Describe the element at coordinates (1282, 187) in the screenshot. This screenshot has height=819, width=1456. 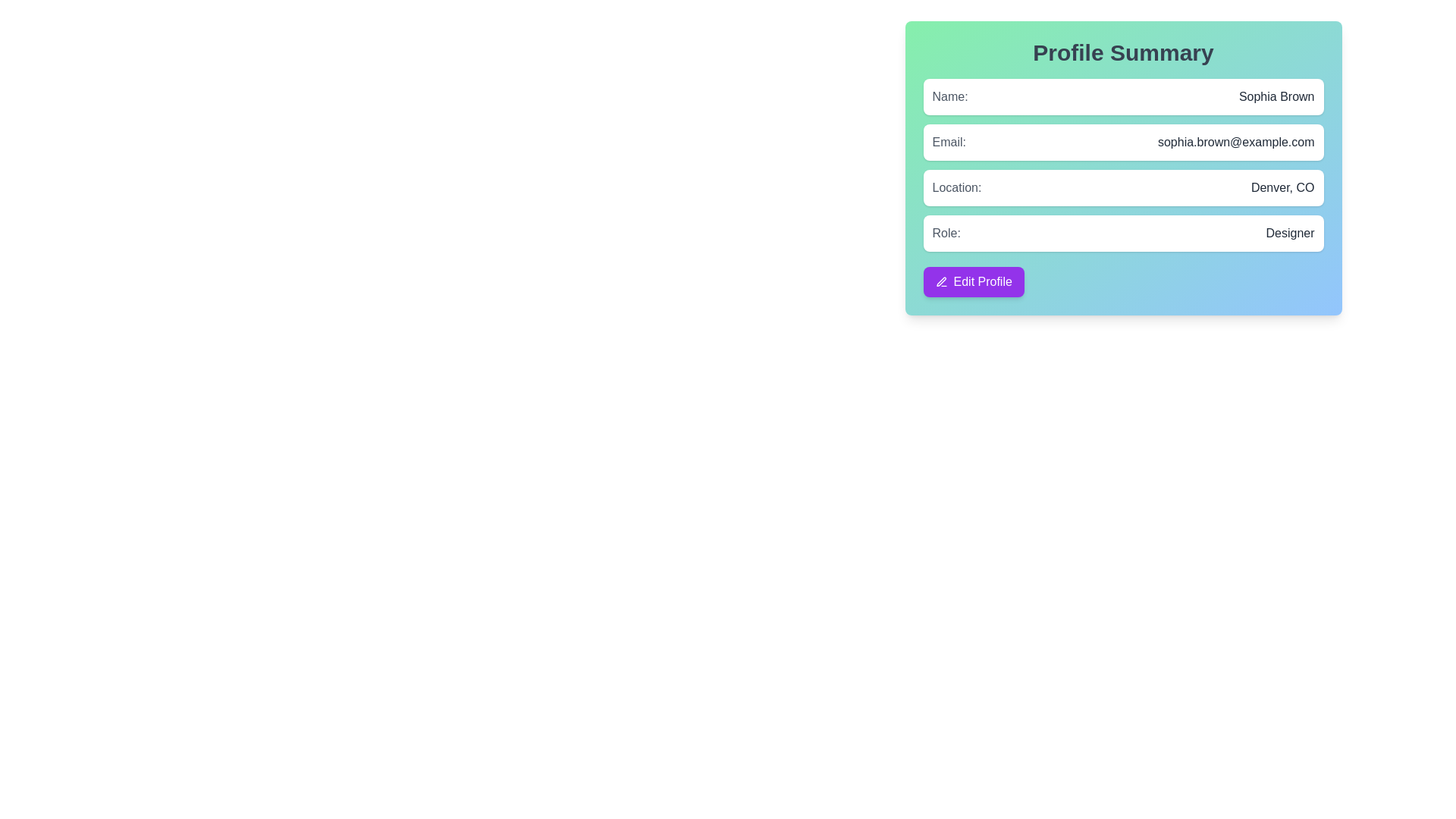
I see `the text label displaying the location 'Denver, CO', which is positioned on the right side of a white rounded box containing the label 'location:' on the left` at that location.